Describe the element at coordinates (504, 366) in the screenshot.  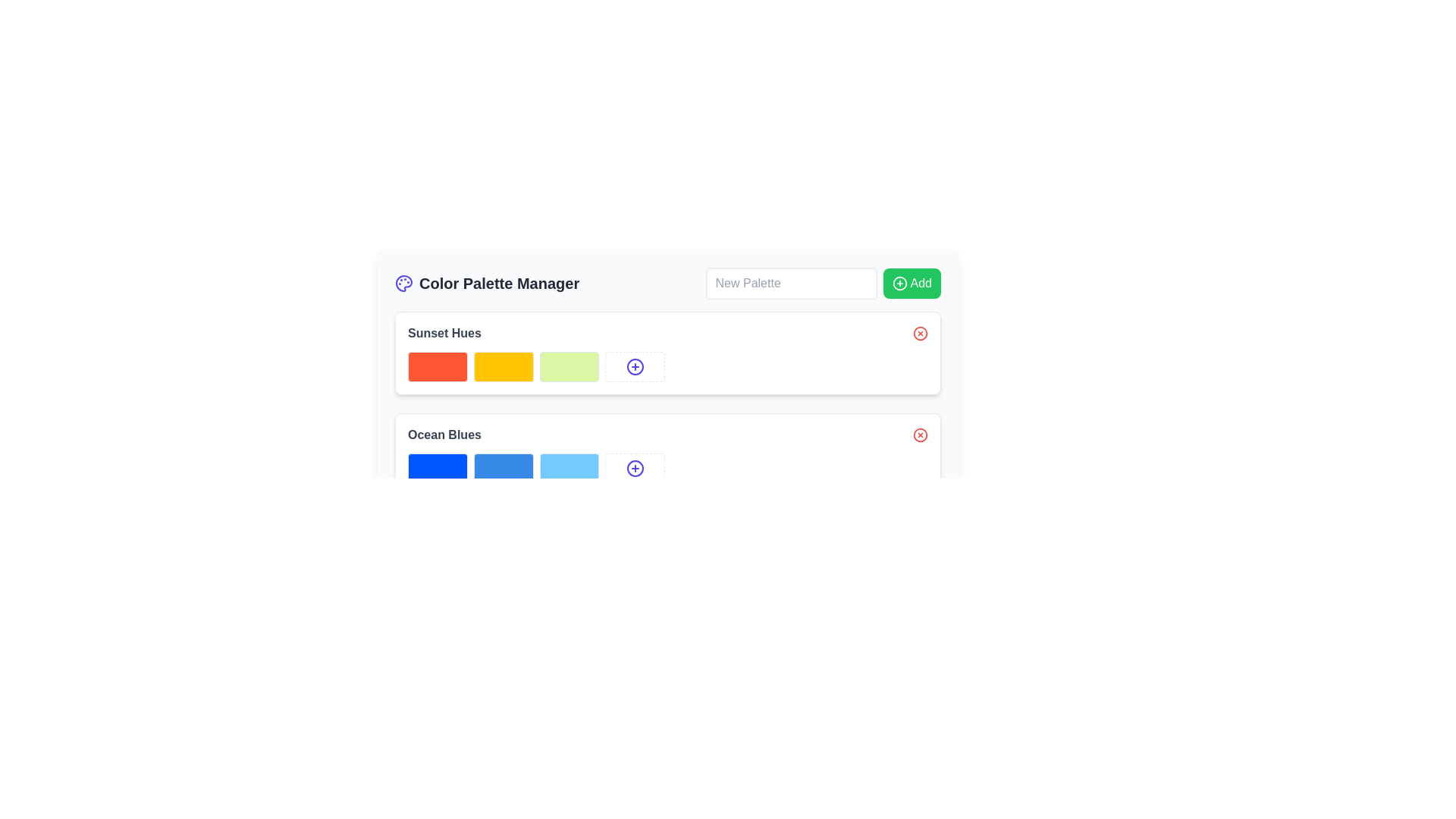
I see `the bright yellow Color Swatch, which is the second item in the 'Sunset Hues' section of the color palette manager interface` at that location.